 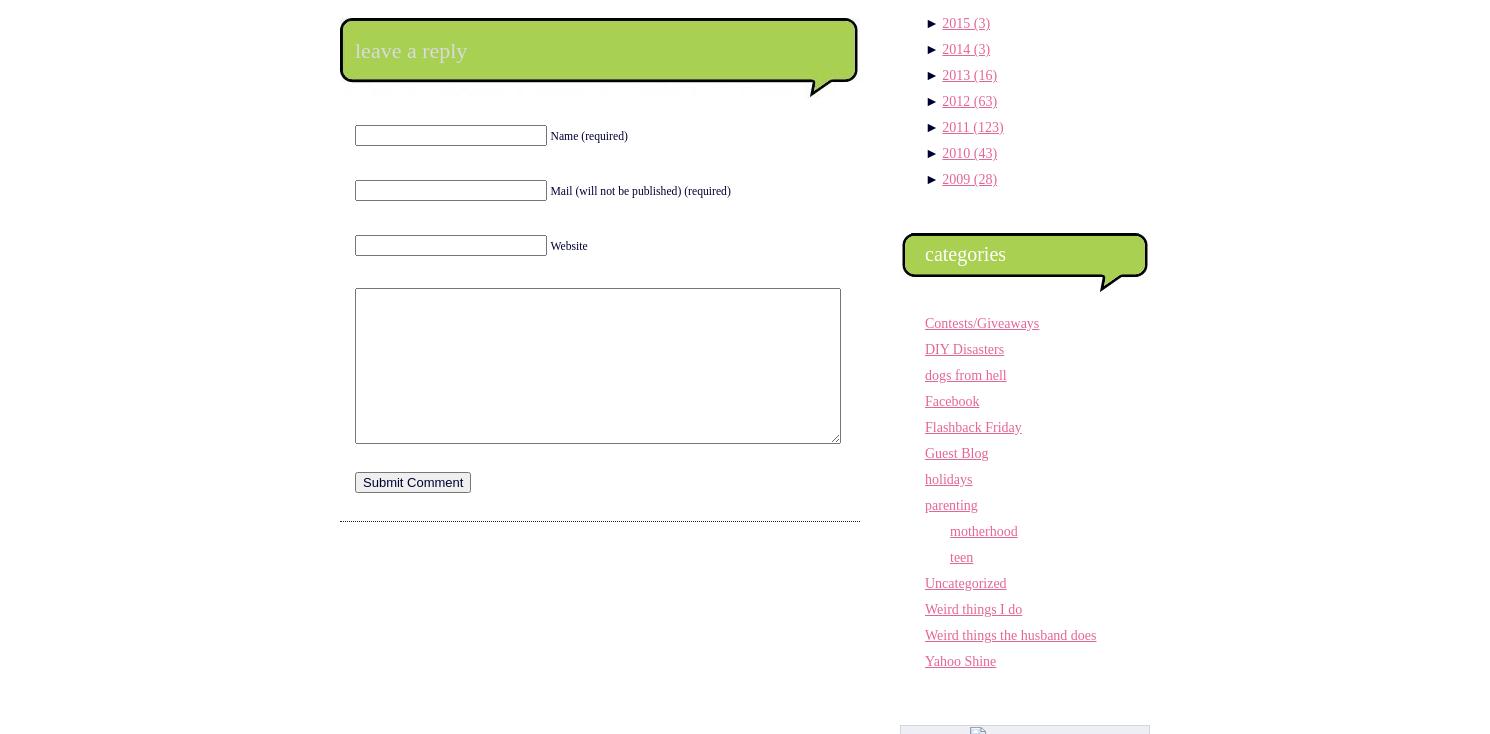 I want to click on 'teen', so click(x=961, y=557).